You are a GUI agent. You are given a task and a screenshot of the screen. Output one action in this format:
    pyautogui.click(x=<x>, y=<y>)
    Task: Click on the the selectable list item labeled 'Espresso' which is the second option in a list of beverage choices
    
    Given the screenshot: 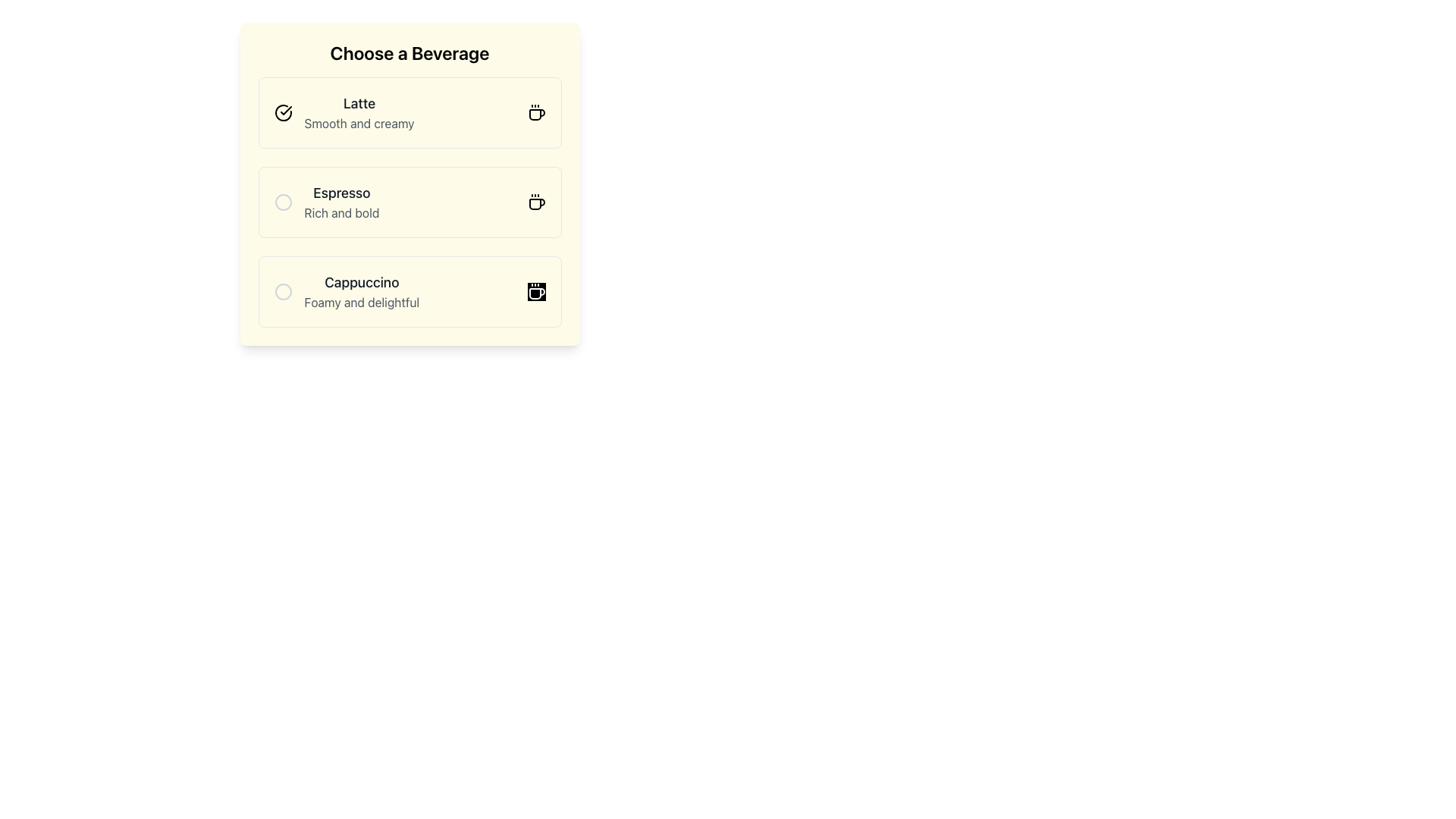 What is the action you would take?
    pyautogui.click(x=409, y=201)
    